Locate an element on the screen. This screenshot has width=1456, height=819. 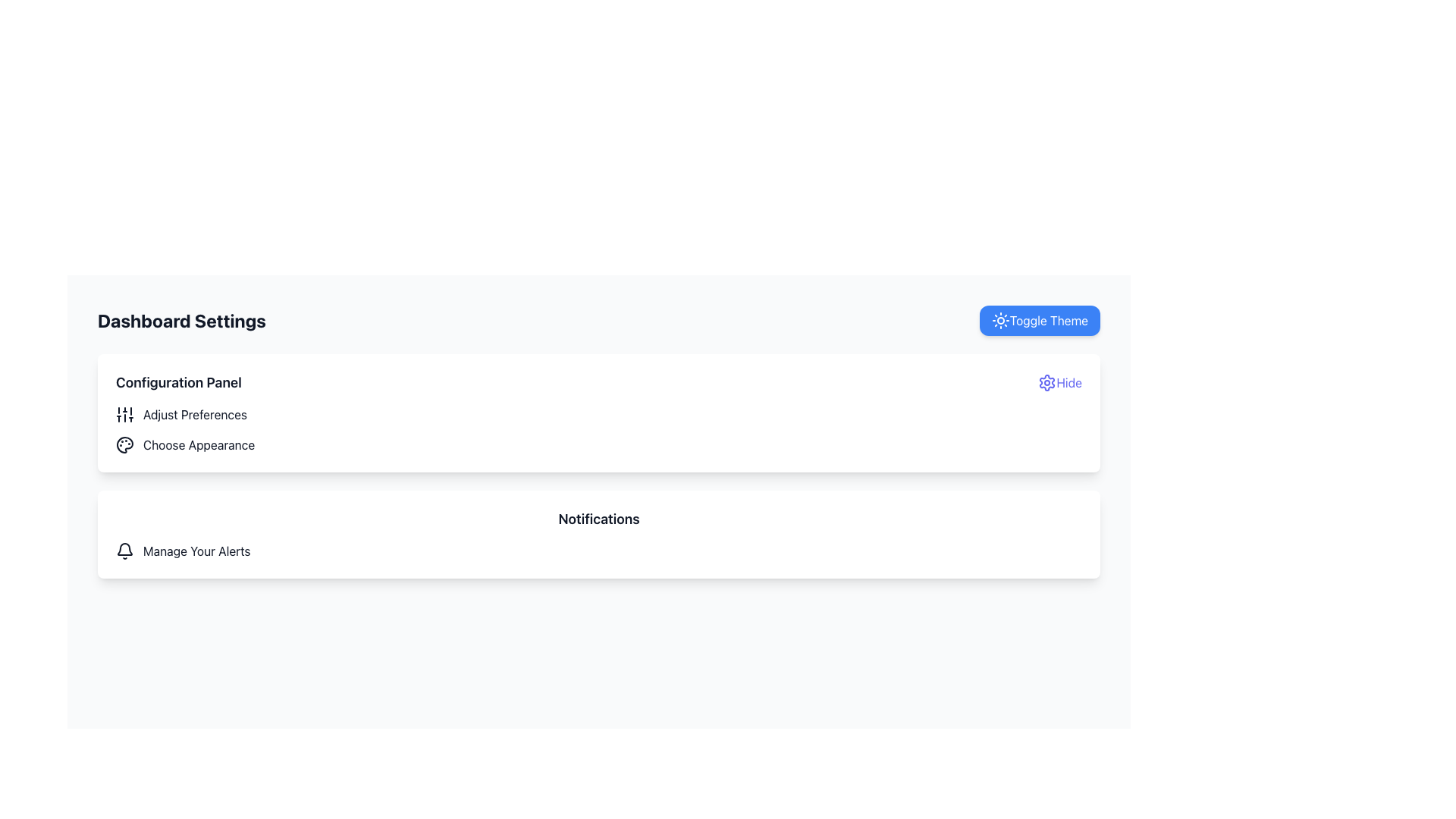
the sun icon within the 'Toggle Theme' button located in the top-right corner of the interface is located at coordinates (1000, 320).